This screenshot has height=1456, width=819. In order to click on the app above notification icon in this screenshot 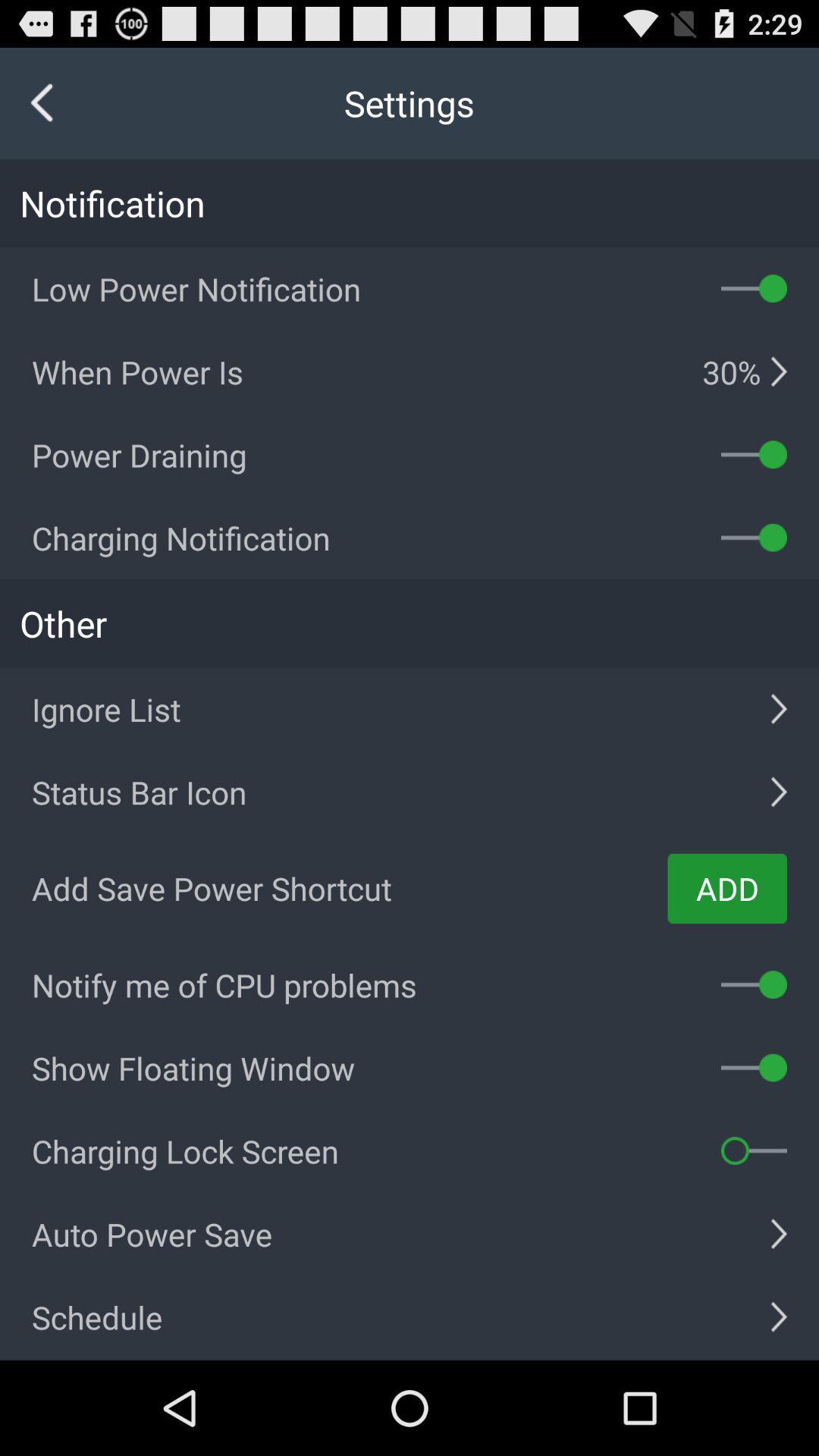, I will do `click(42, 102)`.